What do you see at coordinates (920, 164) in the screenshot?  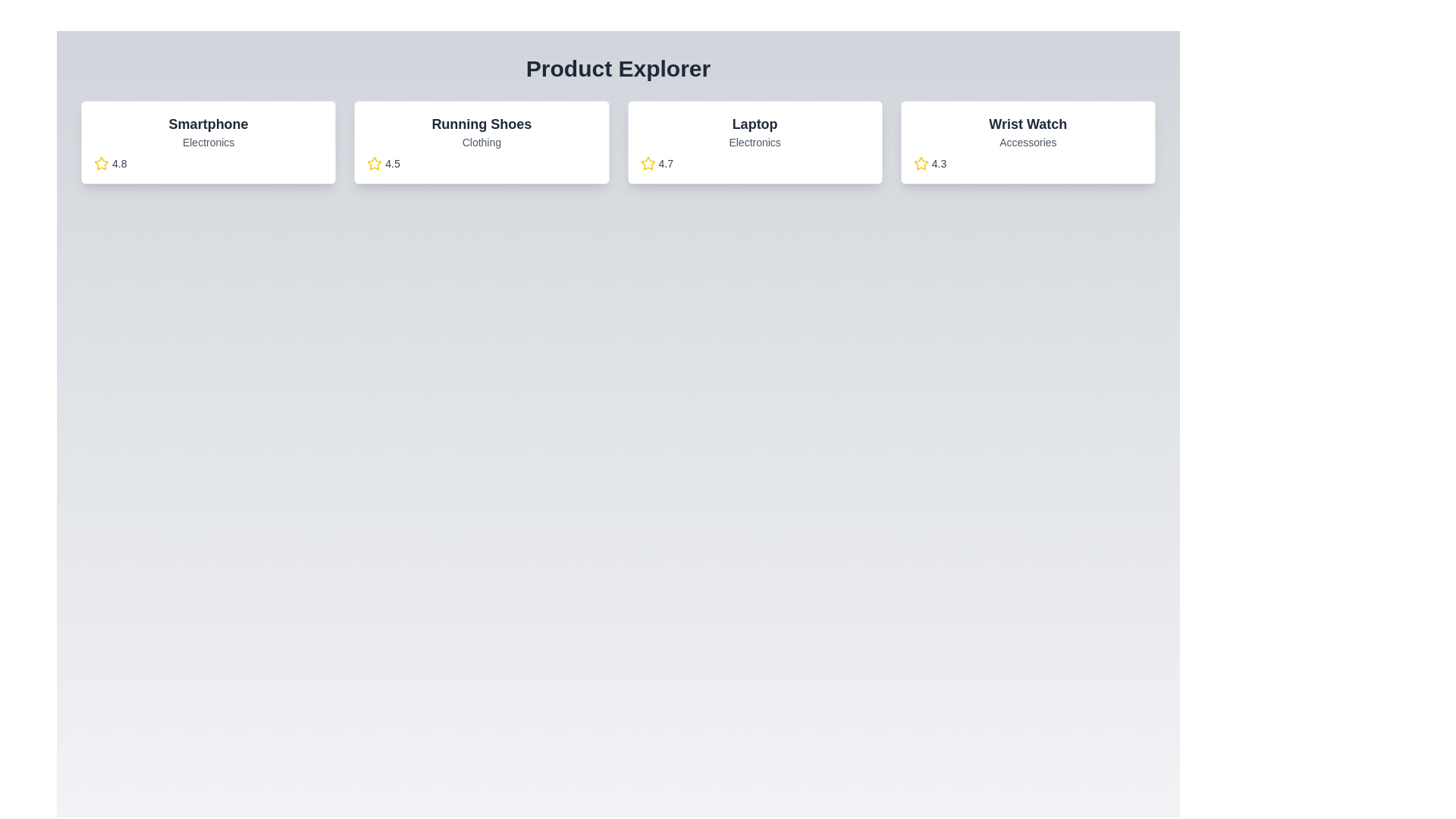 I see `the star rating icon representing the rating score with the accompanying text '4.3' located in the fourth card of the product grid for 'Wrist Watch'` at bounding box center [920, 164].